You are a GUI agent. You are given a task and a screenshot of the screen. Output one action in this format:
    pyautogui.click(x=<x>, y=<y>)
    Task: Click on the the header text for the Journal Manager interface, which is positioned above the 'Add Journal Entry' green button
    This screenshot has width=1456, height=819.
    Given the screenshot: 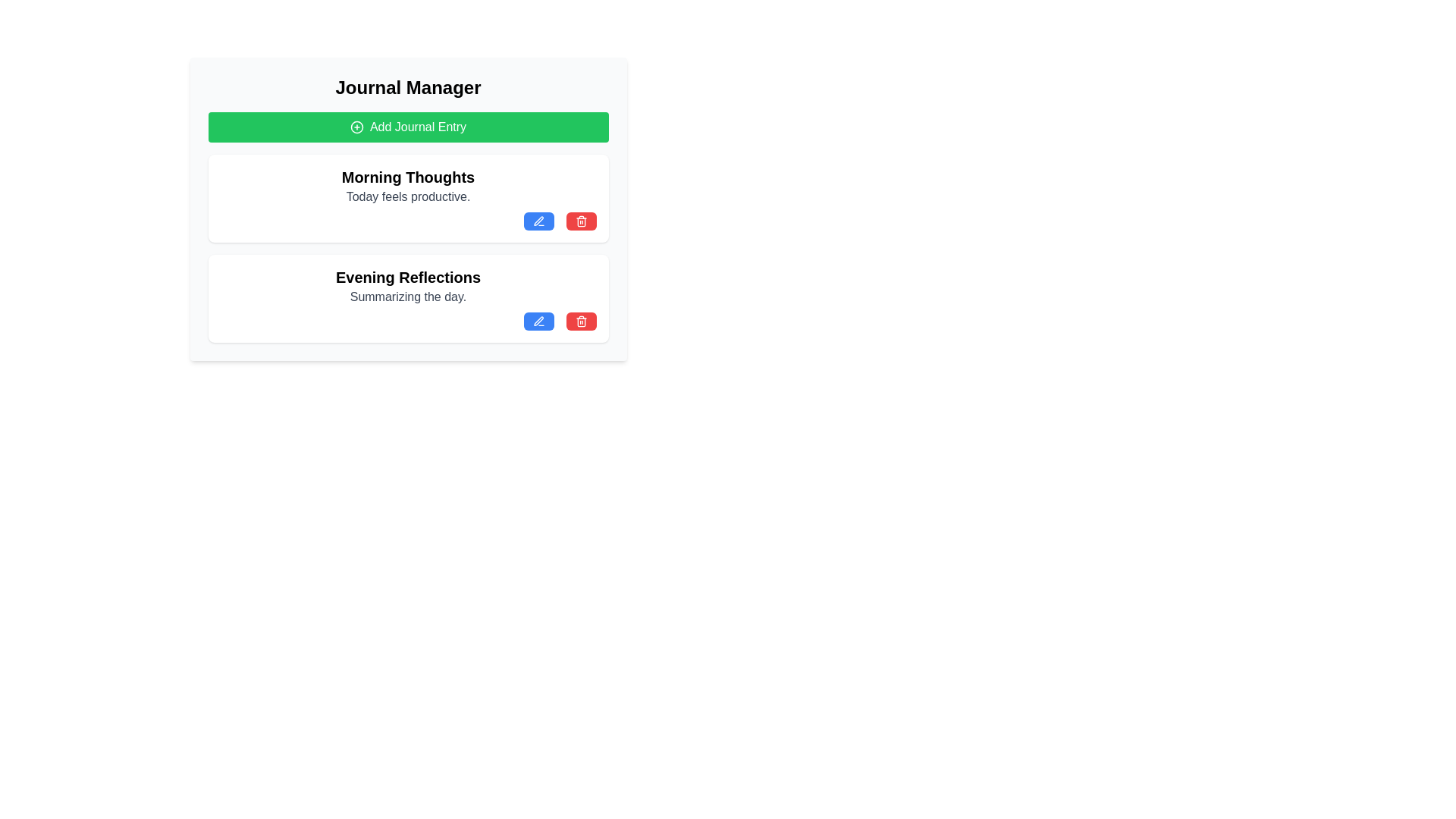 What is the action you would take?
    pyautogui.click(x=408, y=87)
    